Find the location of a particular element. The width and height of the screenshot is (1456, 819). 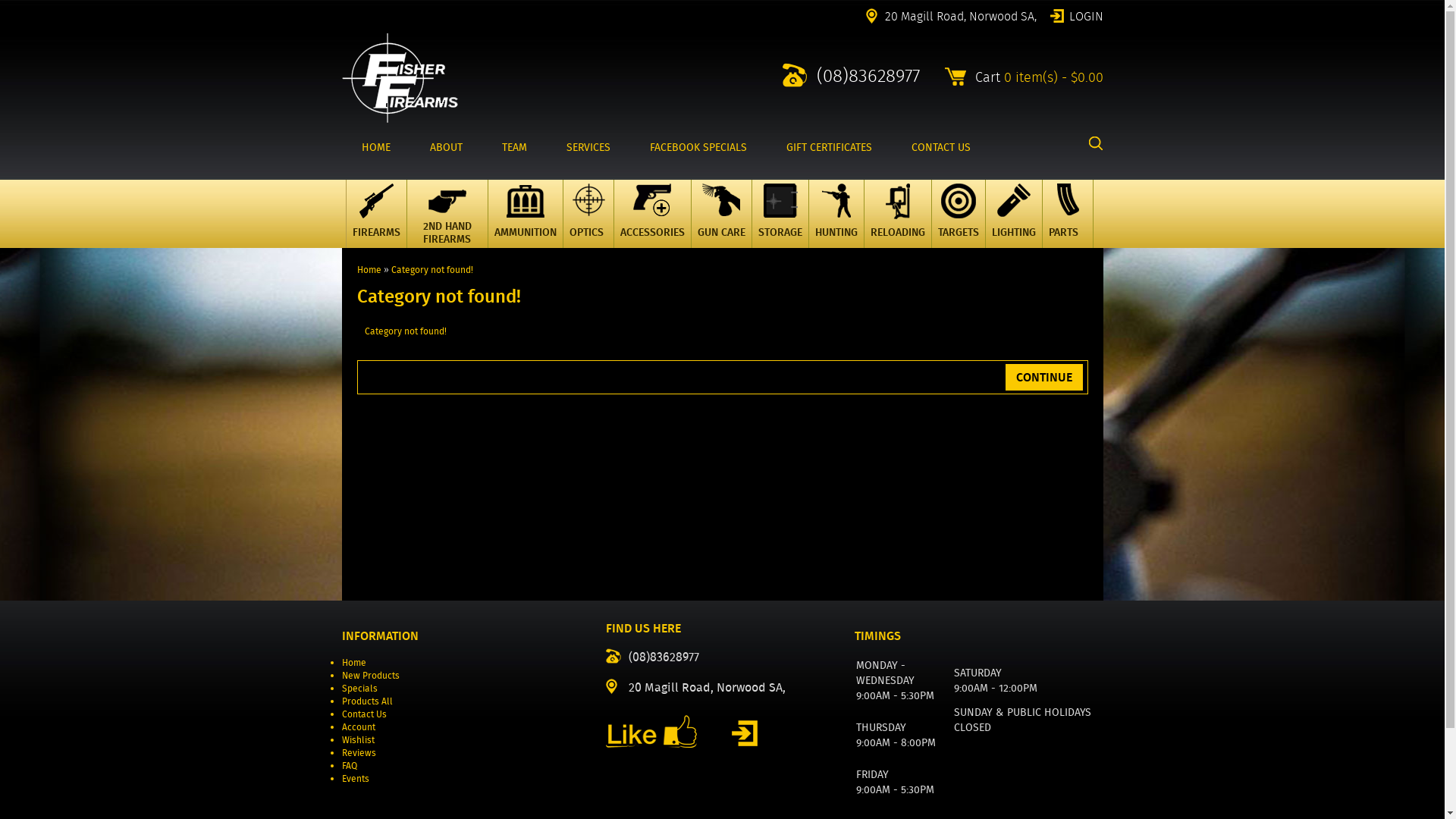

'Account' is located at coordinates (356, 726).